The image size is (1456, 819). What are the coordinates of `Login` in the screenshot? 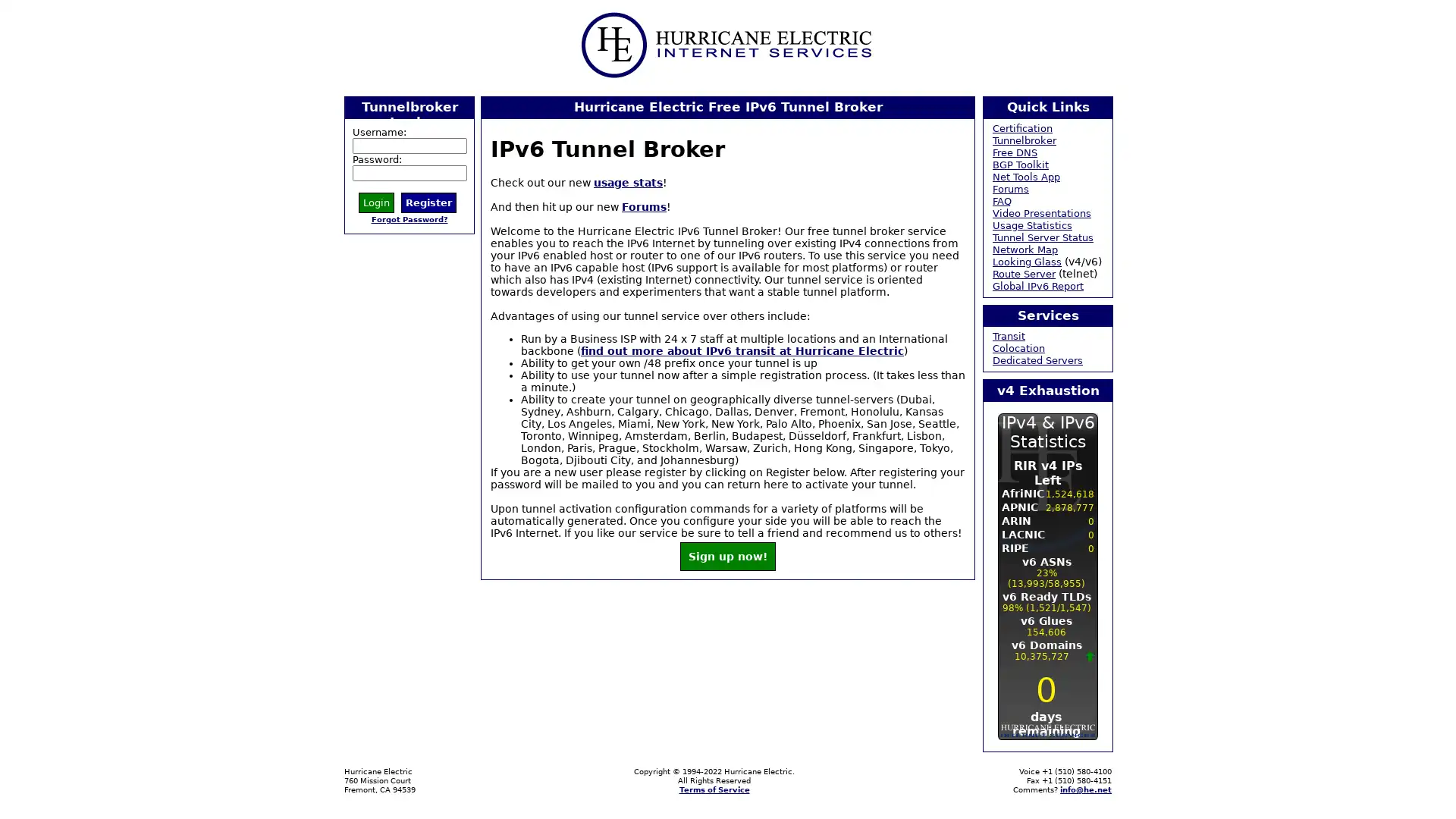 It's located at (376, 201).